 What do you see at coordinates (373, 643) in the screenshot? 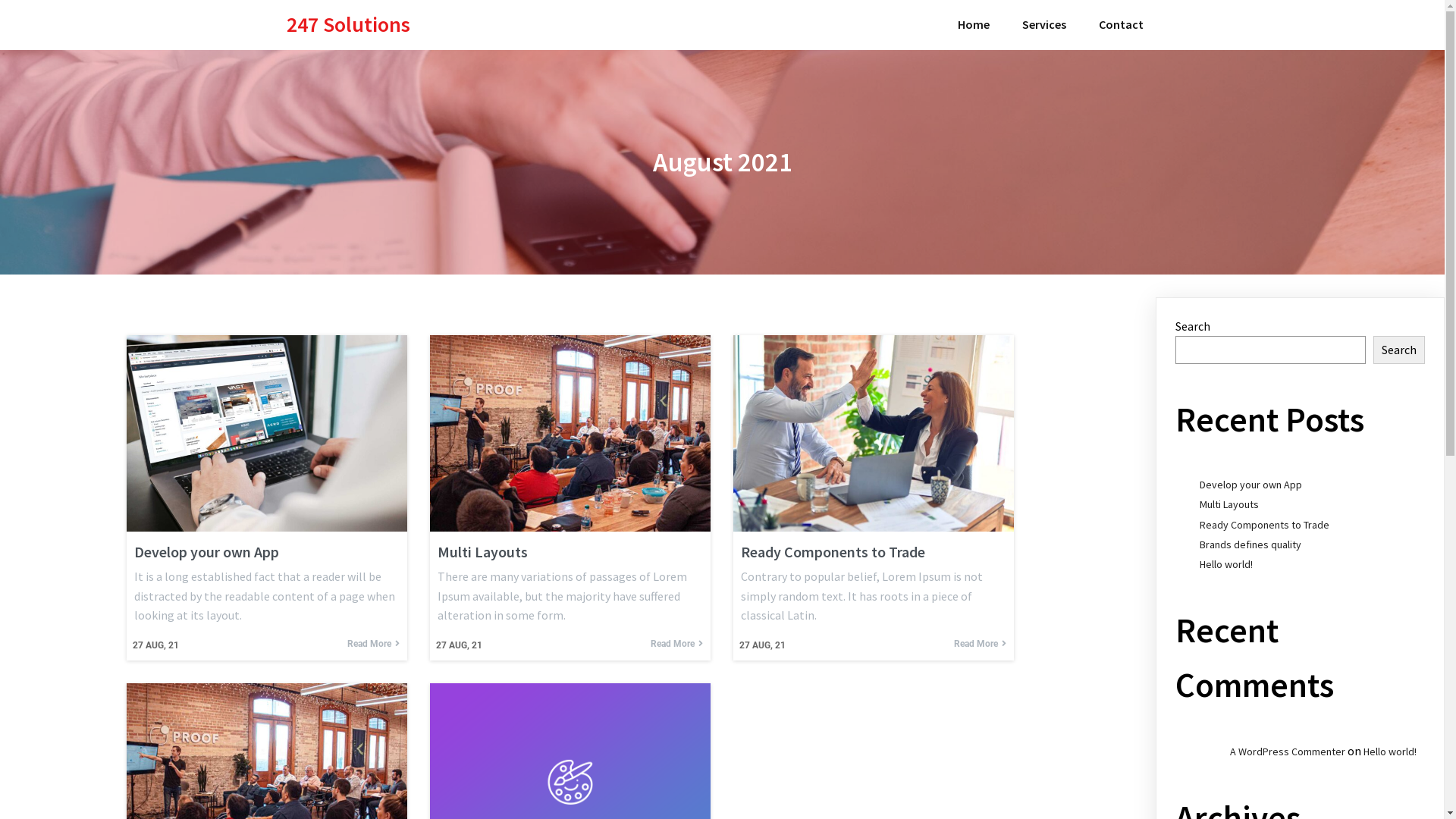
I see `'Read More'` at bounding box center [373, 643].